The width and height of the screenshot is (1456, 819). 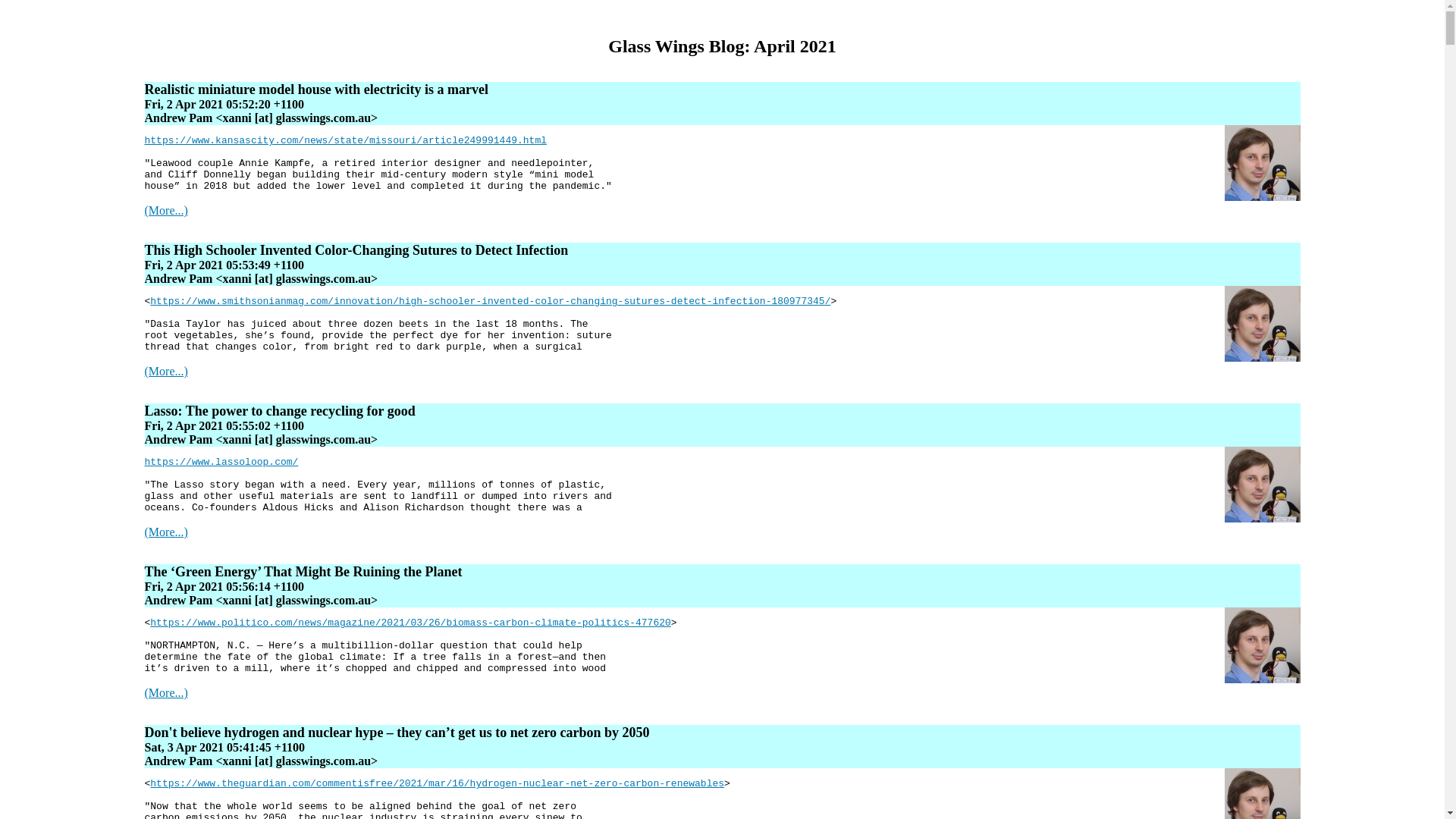 I want to click on '(More...)', so click(x=165, y=210).